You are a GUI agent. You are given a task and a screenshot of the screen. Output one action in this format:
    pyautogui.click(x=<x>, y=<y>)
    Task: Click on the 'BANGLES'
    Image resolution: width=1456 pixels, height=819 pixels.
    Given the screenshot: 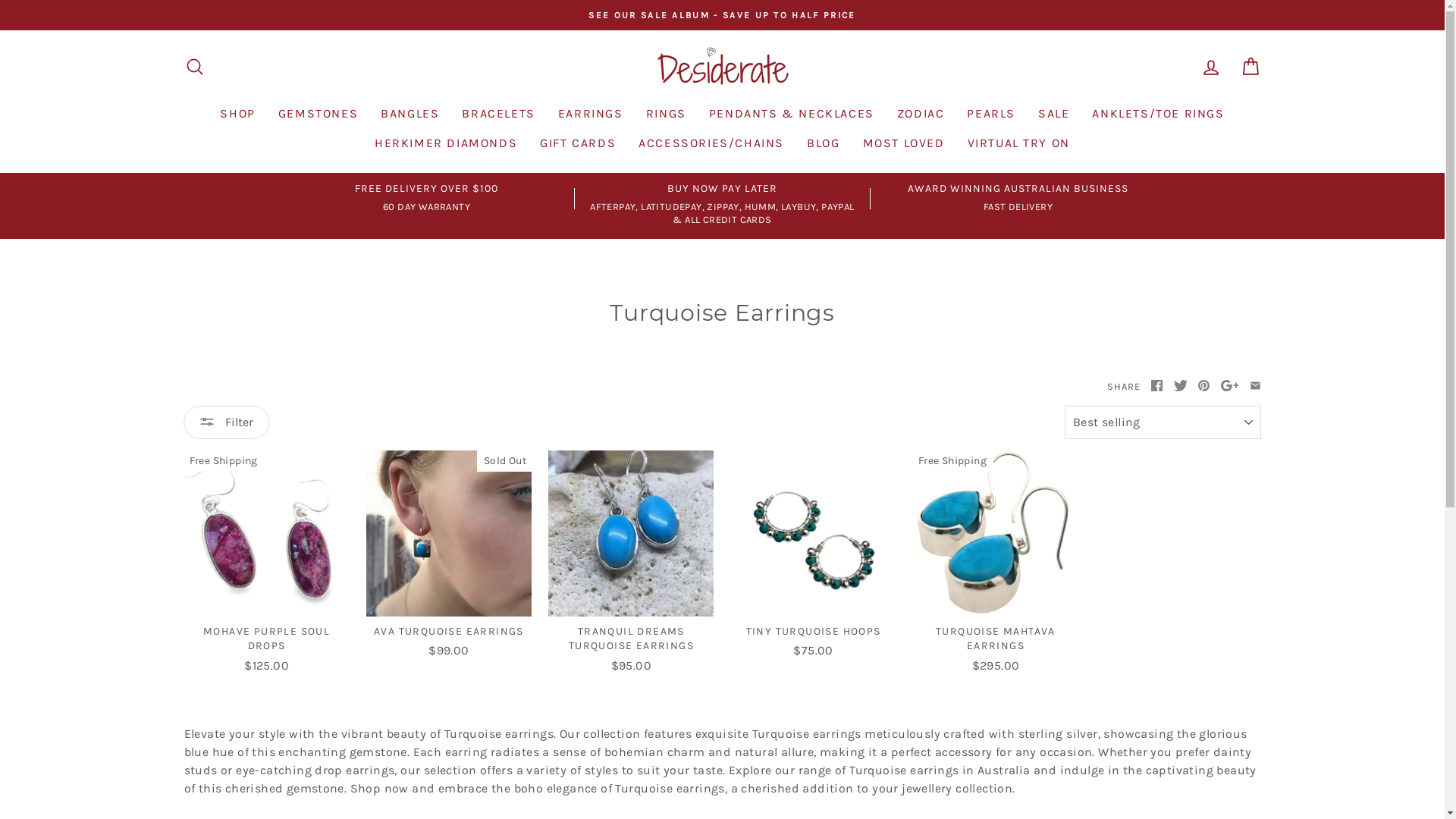 What is the action you would take?
    pyautogui.click(x=409, y=112)
    